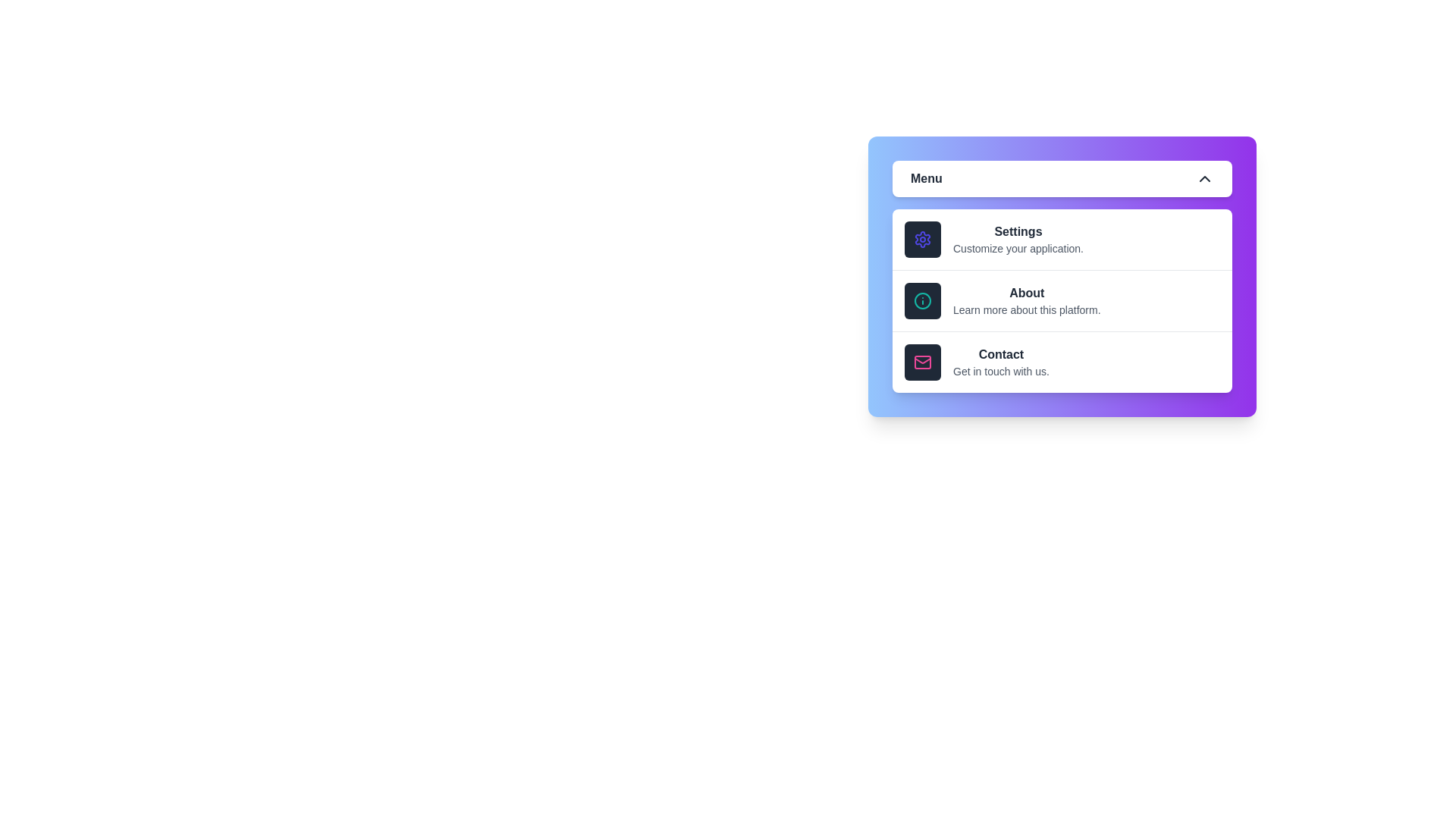 The image size is (1456, 819). I want to click on the 'Contact' option in the menu, so click(1062, 362).